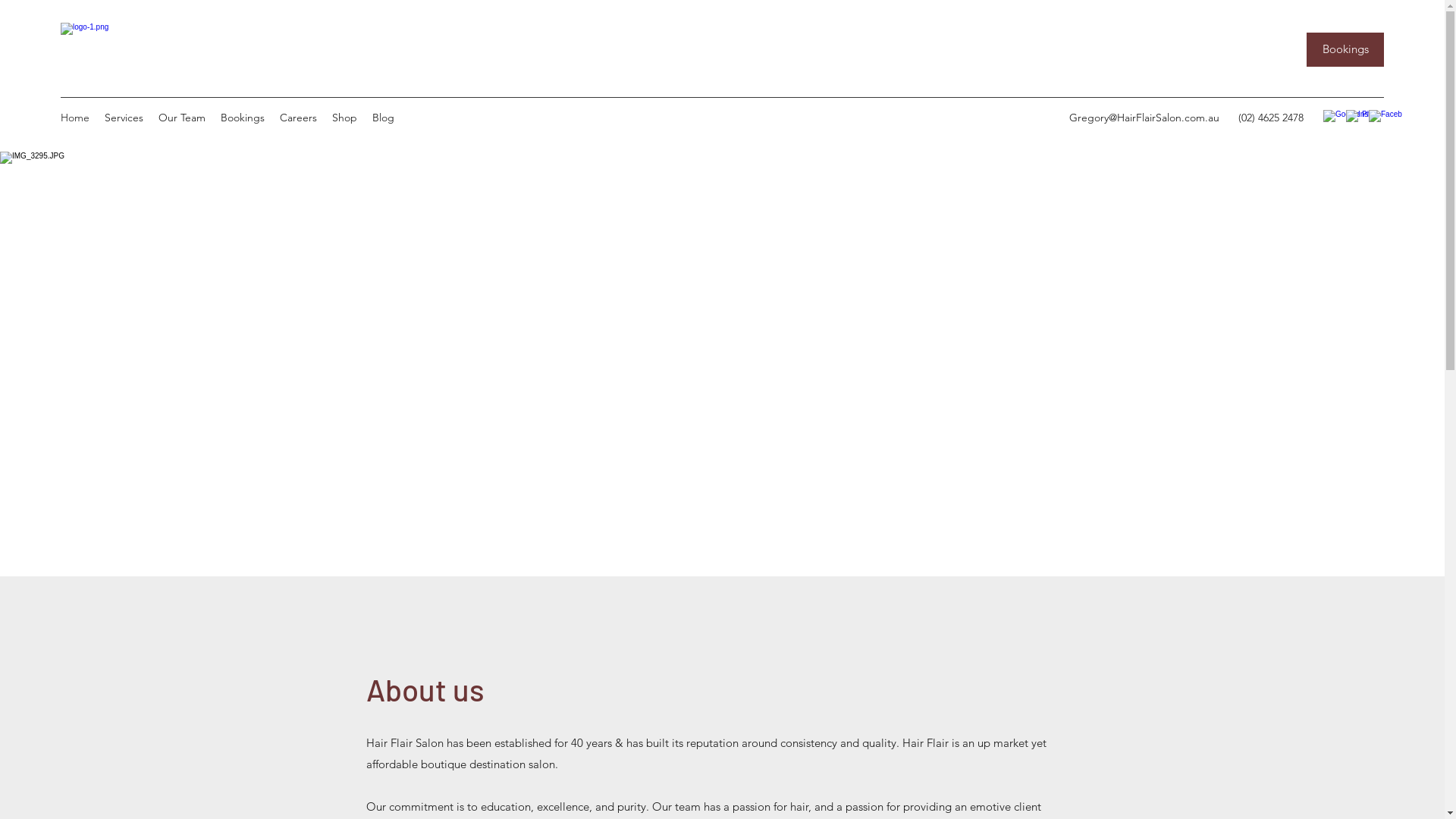  What do you see at coordinates (96, 116) in the screenshot?
I see `'Services'` at bounding box center [96, 116].